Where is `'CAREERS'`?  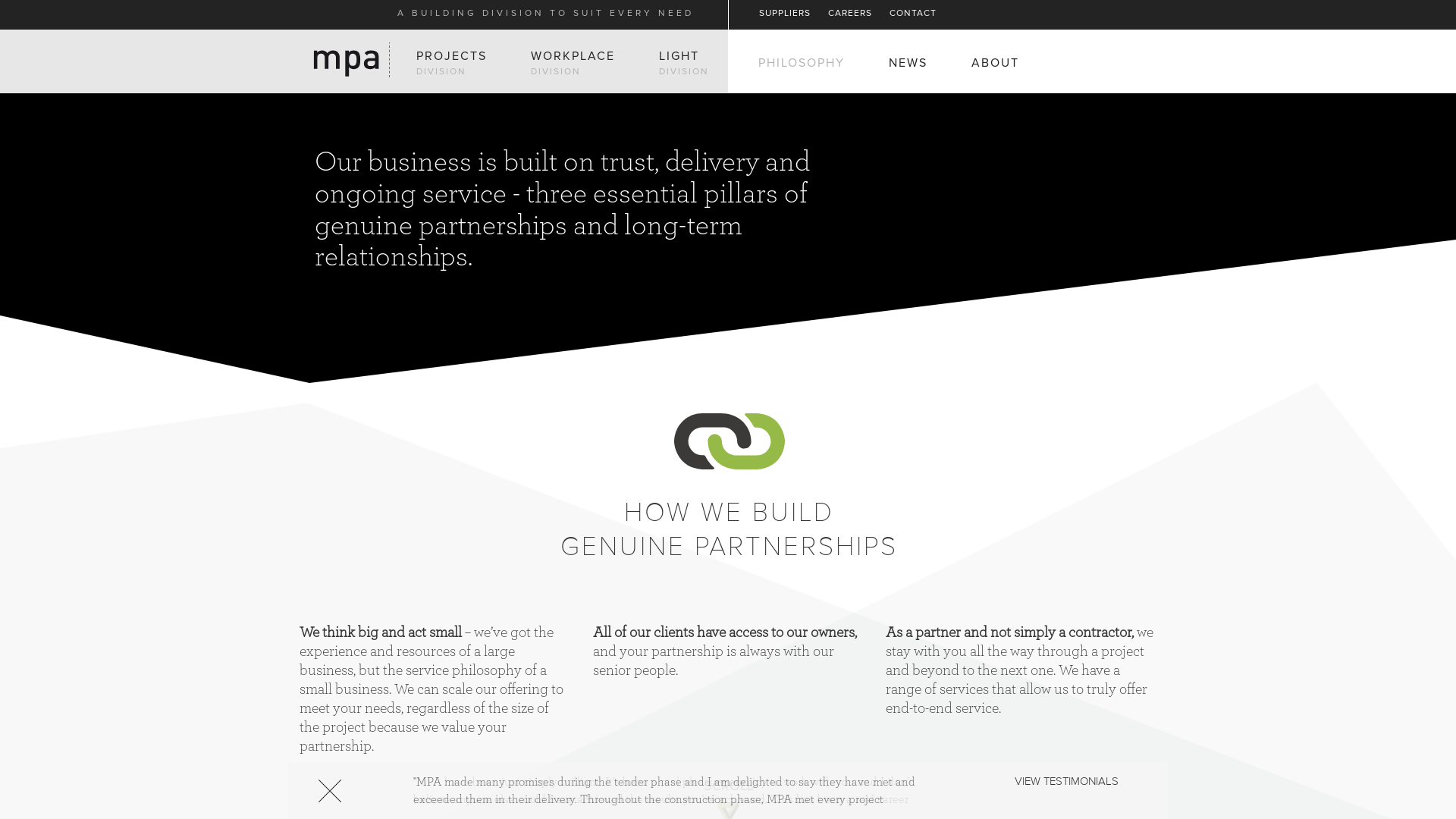 'CAREERS' is located at coordinates (850, 14).